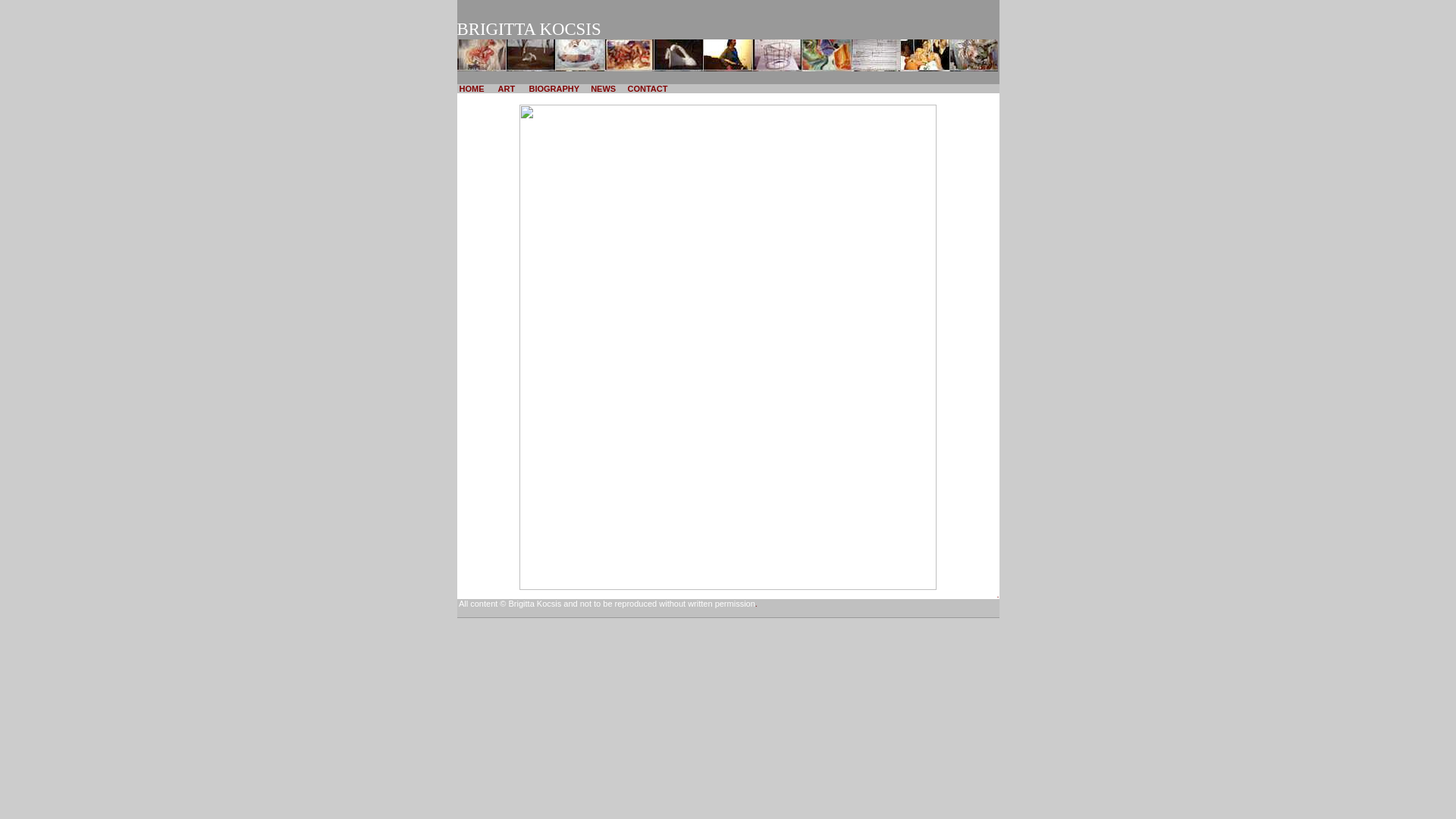 The height and width of the screenshot is (819, 1456). I want to click on 'ART  ', so click(507, 88).